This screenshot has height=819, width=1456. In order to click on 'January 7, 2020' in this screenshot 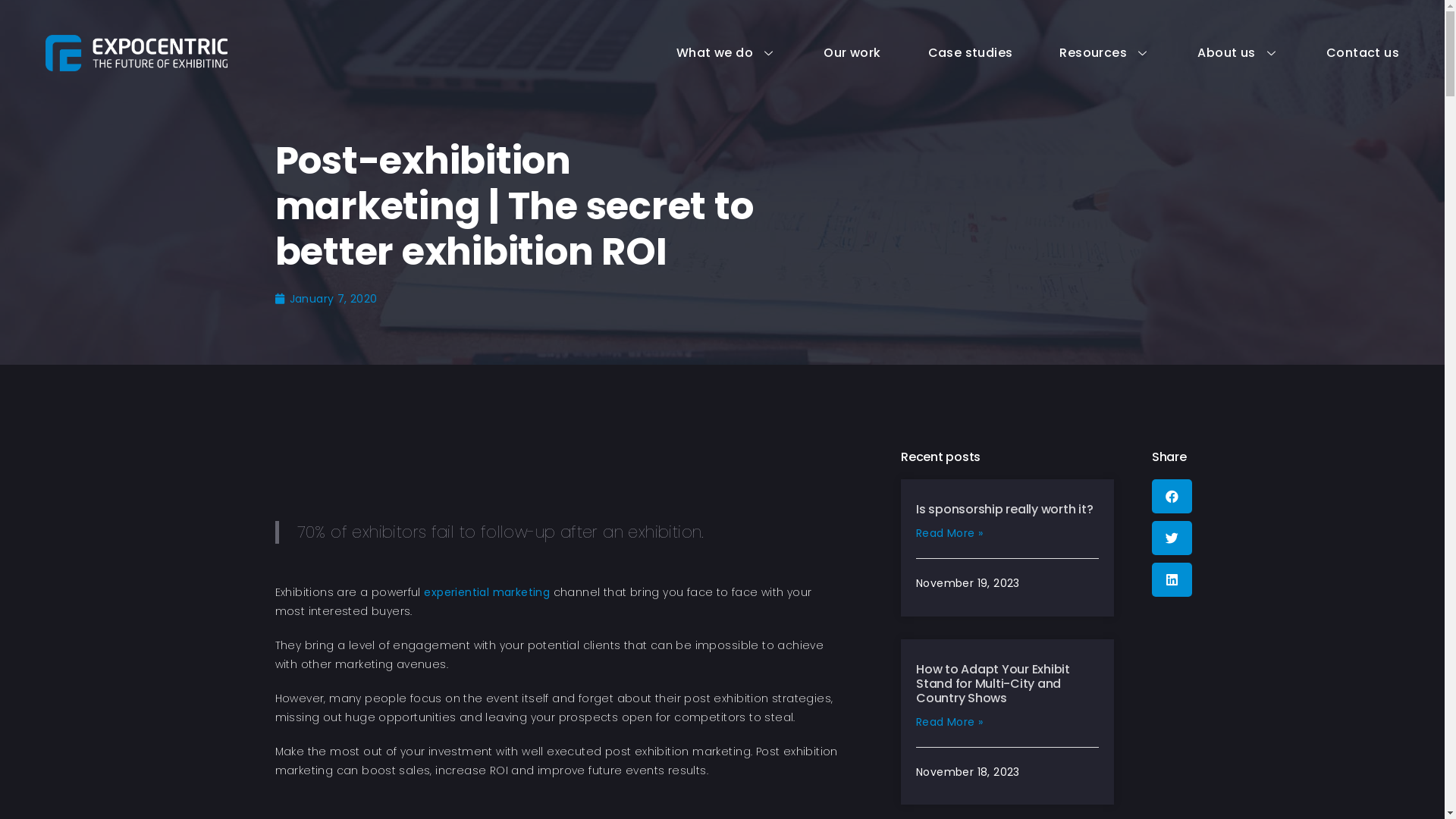, I will do `click(325, 299)`.